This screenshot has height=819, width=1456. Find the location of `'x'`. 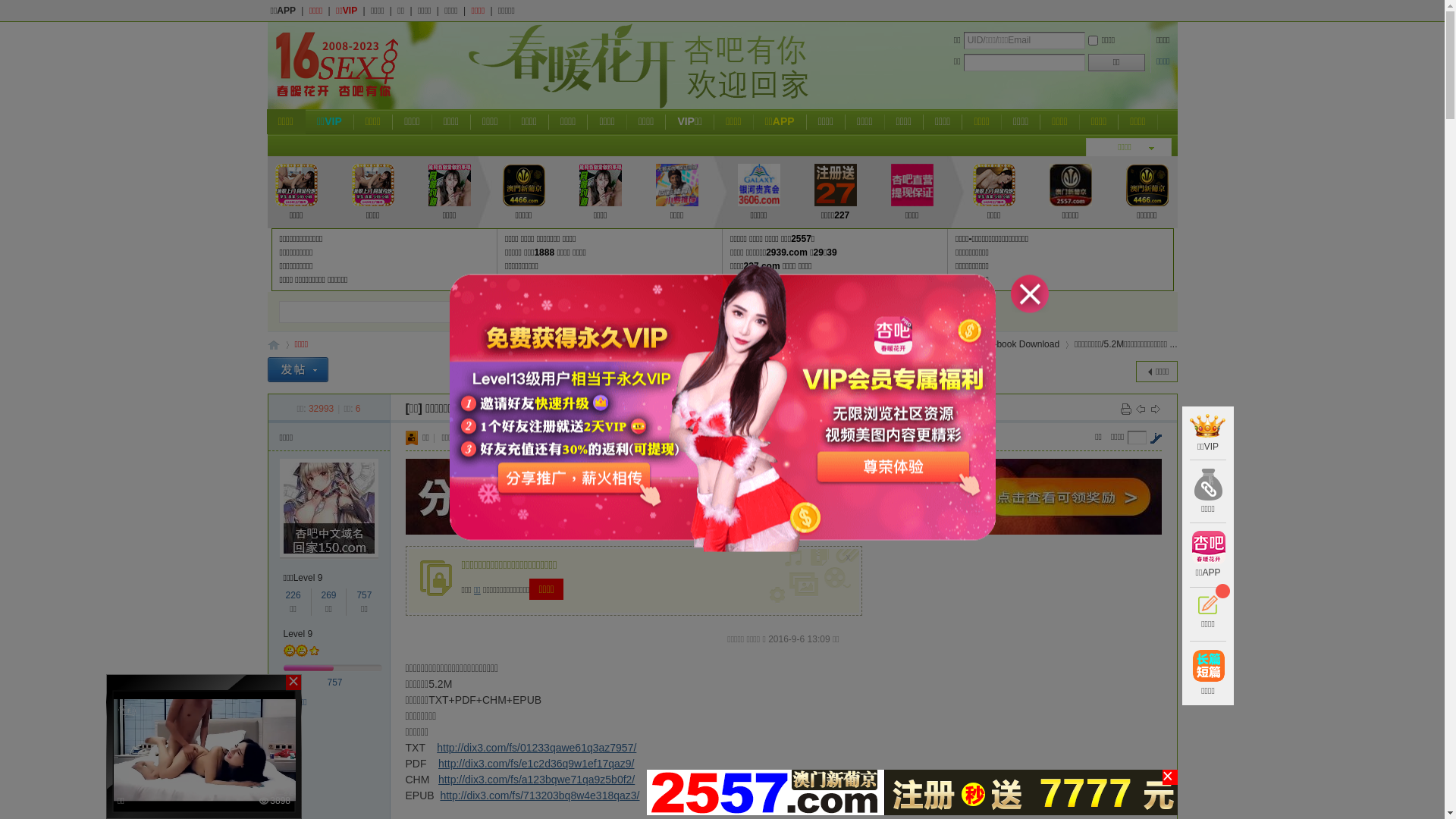

'x' is located at coordinates (850, 554).